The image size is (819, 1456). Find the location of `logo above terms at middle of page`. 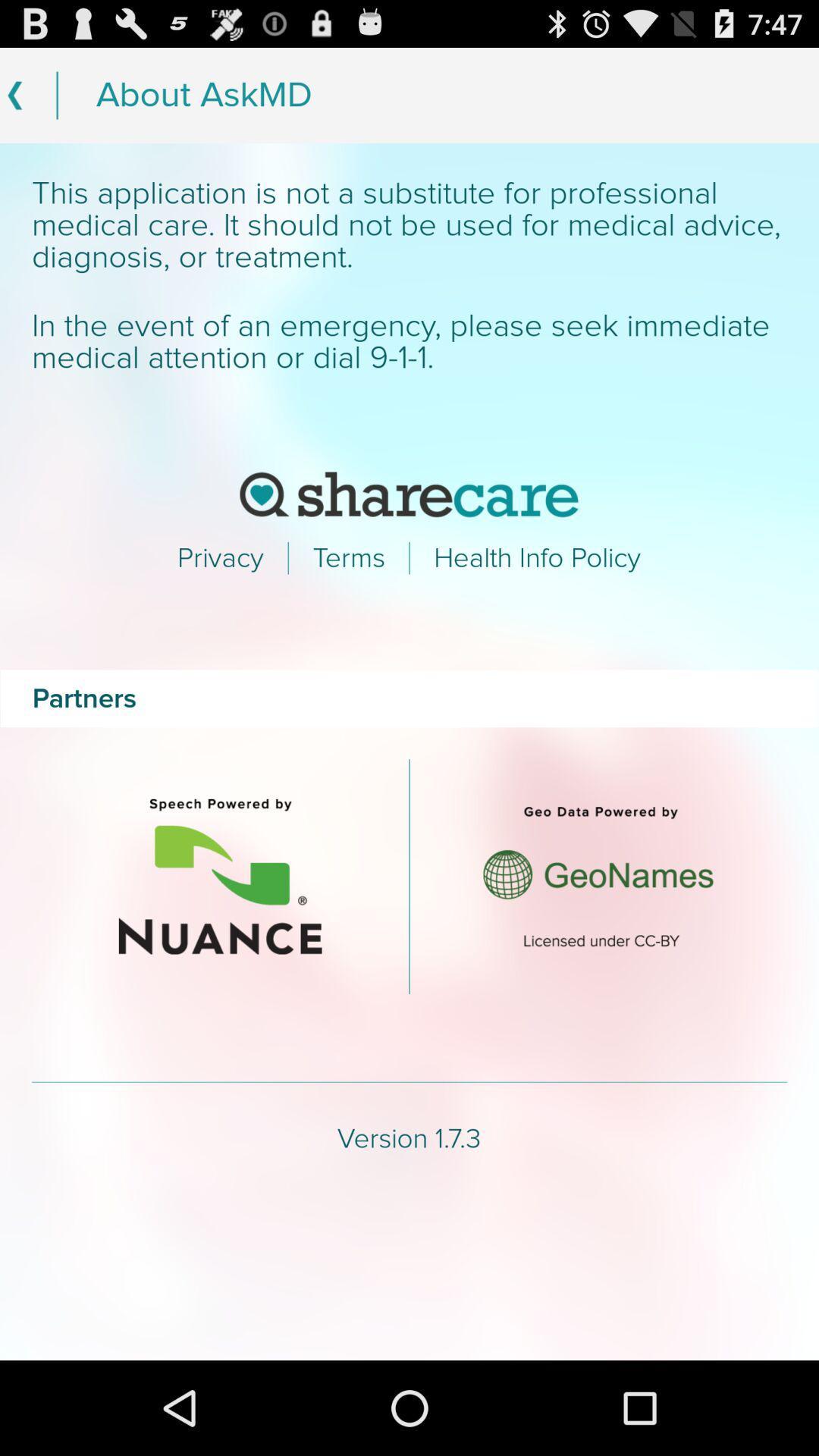

logo above terms at middle of page is located at coordinates (409, 494).